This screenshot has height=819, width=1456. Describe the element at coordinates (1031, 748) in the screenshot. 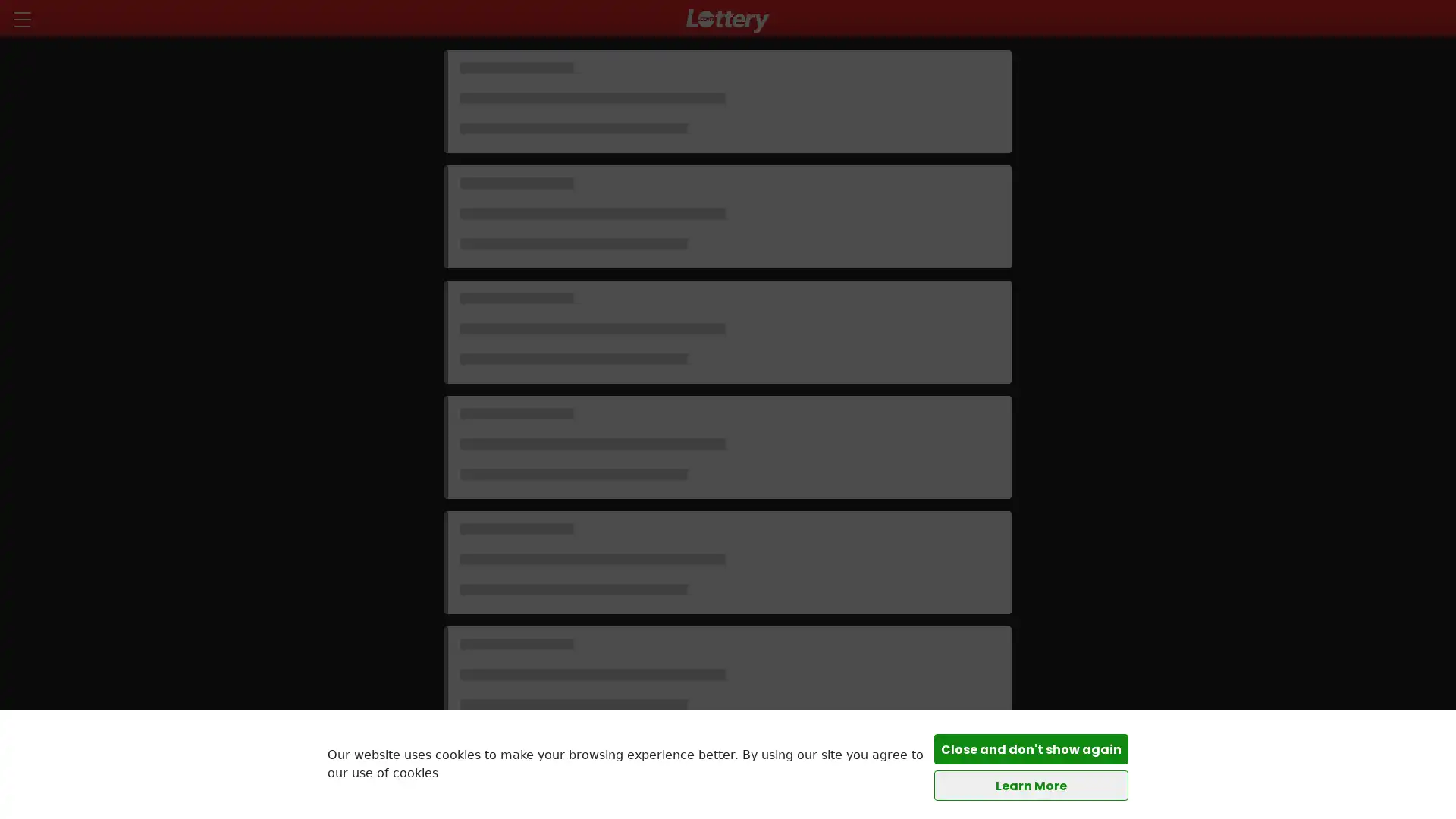

I see `Close and don't show again` at that location.